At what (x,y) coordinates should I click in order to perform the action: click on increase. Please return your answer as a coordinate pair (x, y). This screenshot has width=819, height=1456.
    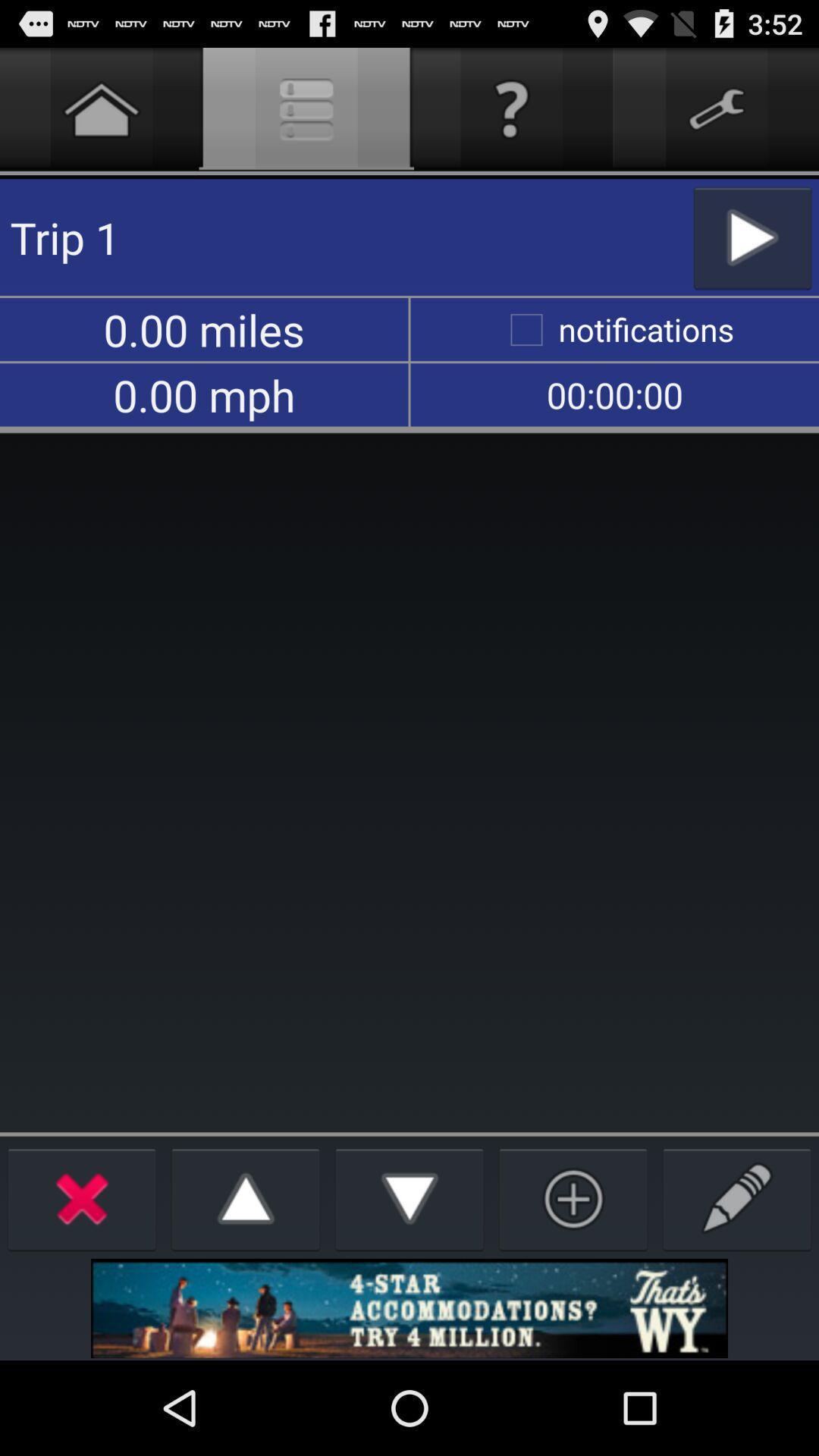
    Looking at the image, I should click on (245, 1197).